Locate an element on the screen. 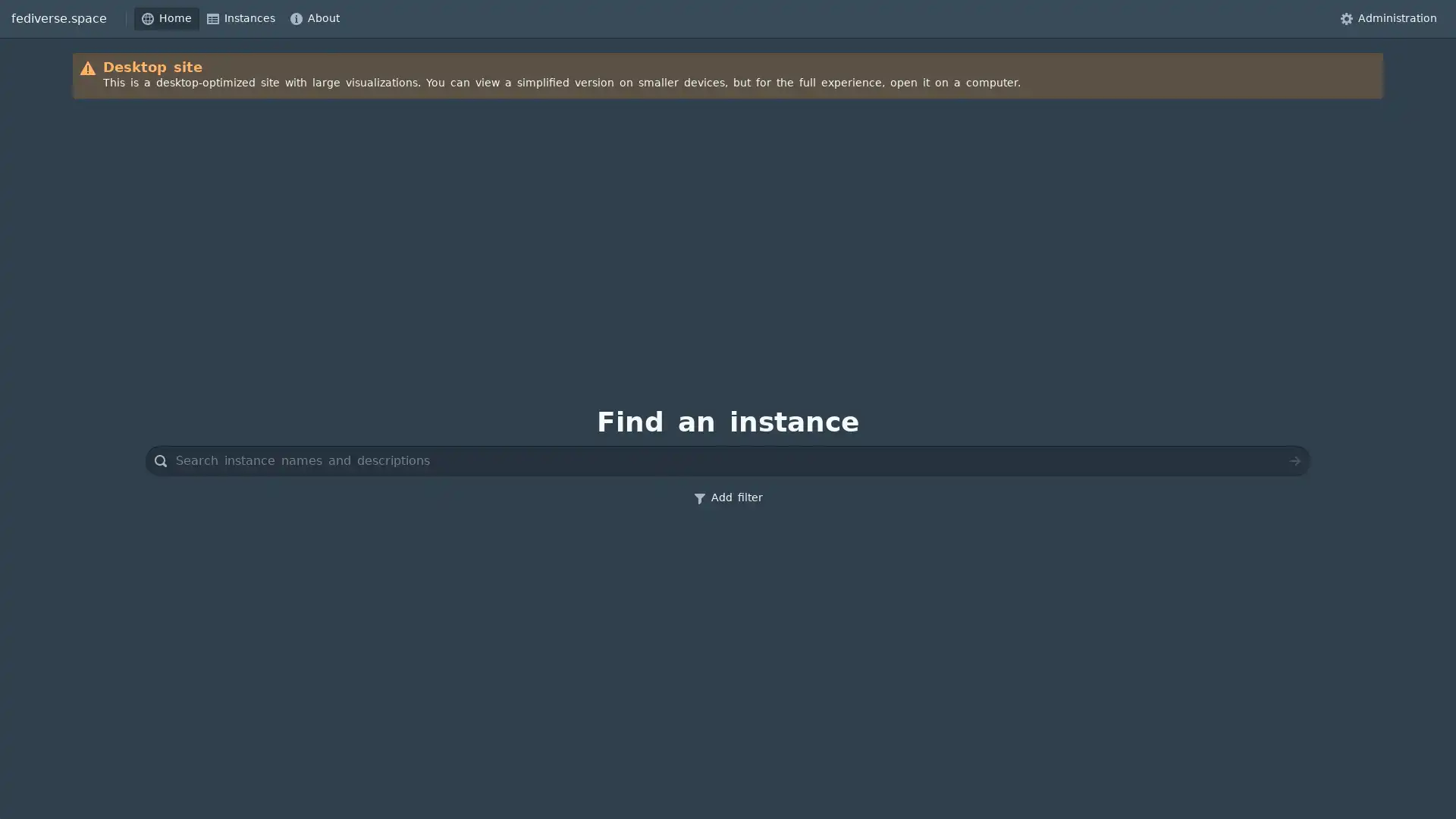 This screenshot has height=819, width=1456. Add filter is located at coordinates (726, 497).